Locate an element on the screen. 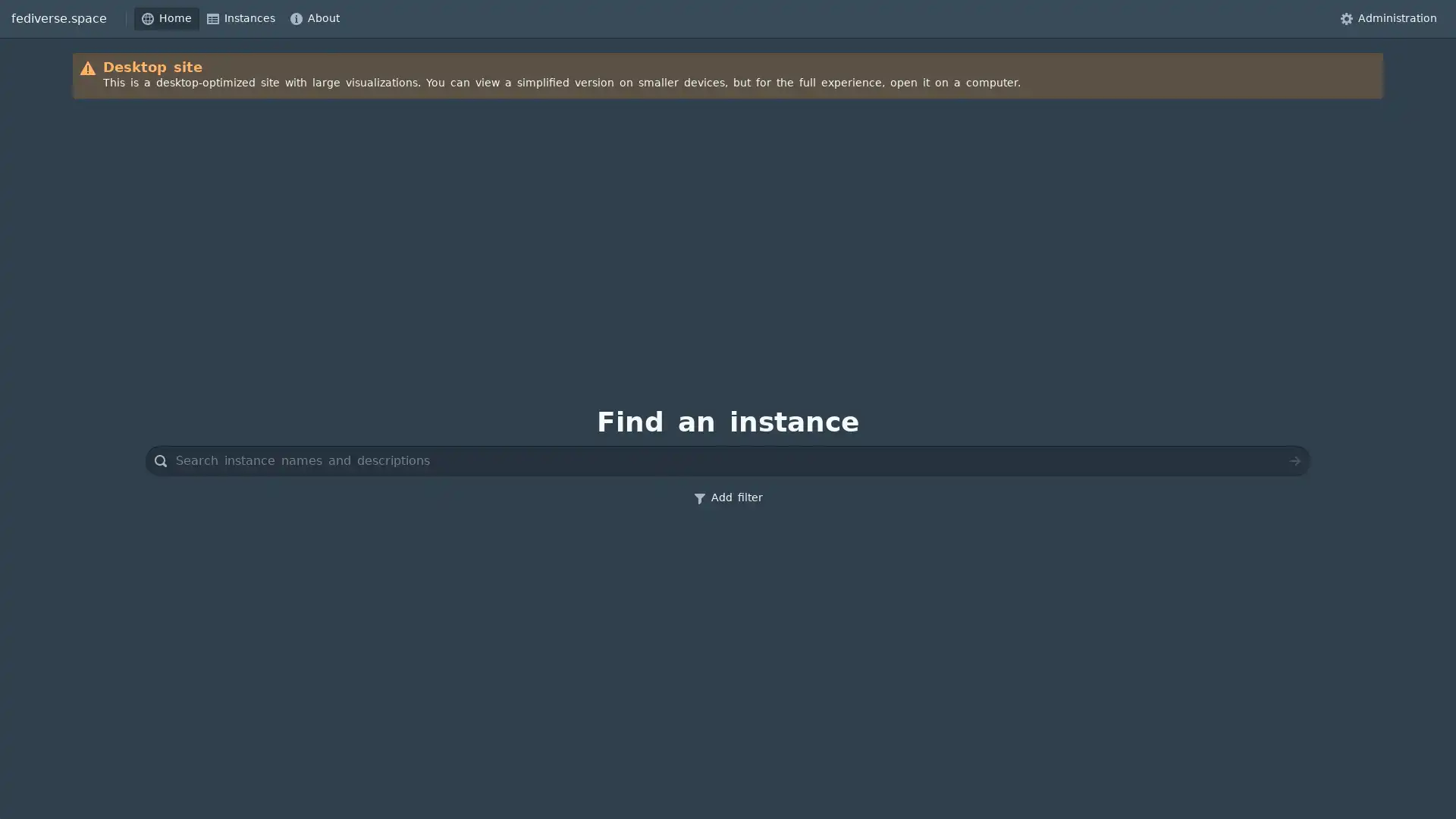 This screenshot has height=819, width=1456. Add filter is located at coordinates (726, 497).